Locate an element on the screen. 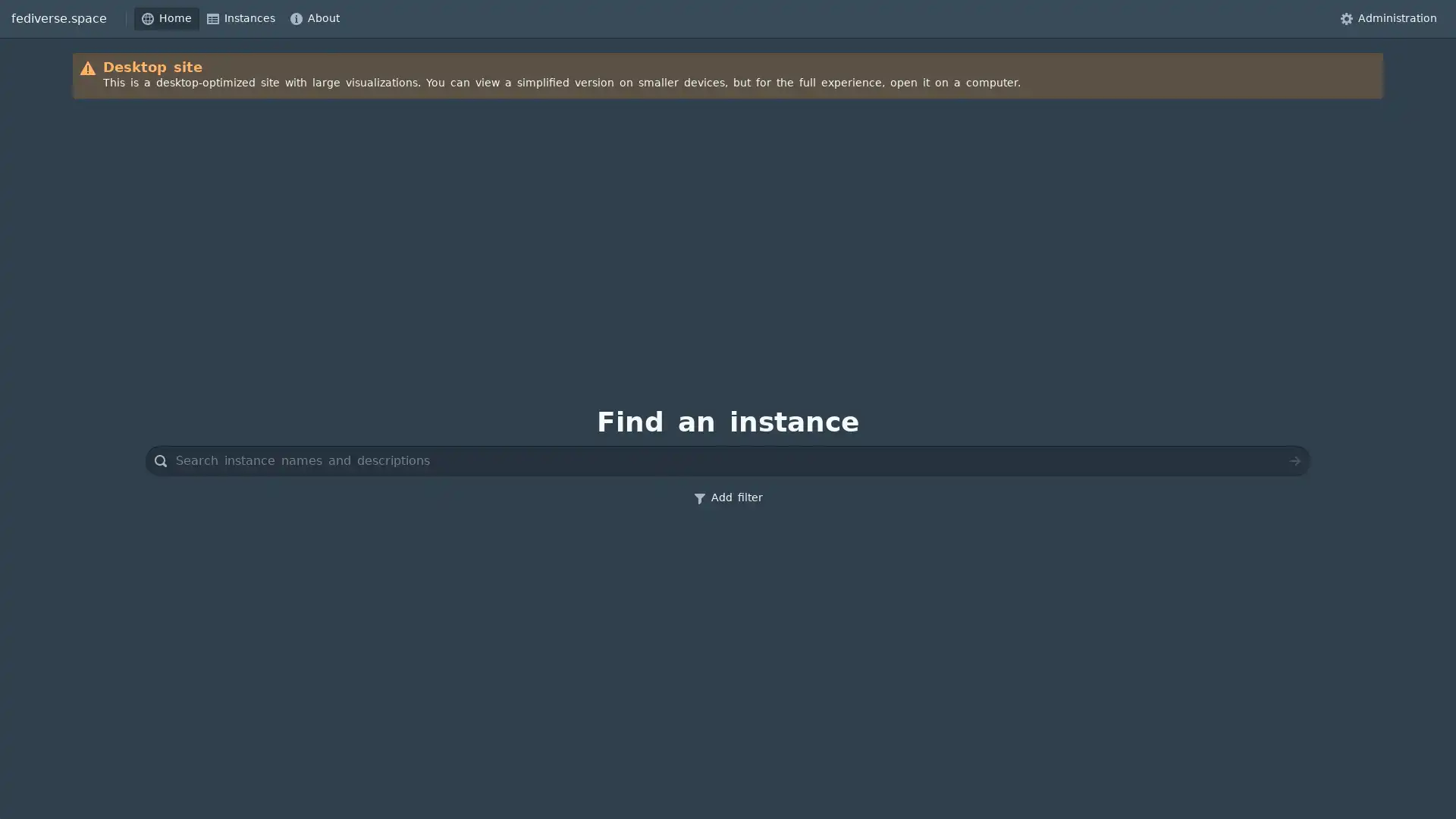 This screenshot has height=819, width=1456. Add filter is located at coordinates (726, 497).